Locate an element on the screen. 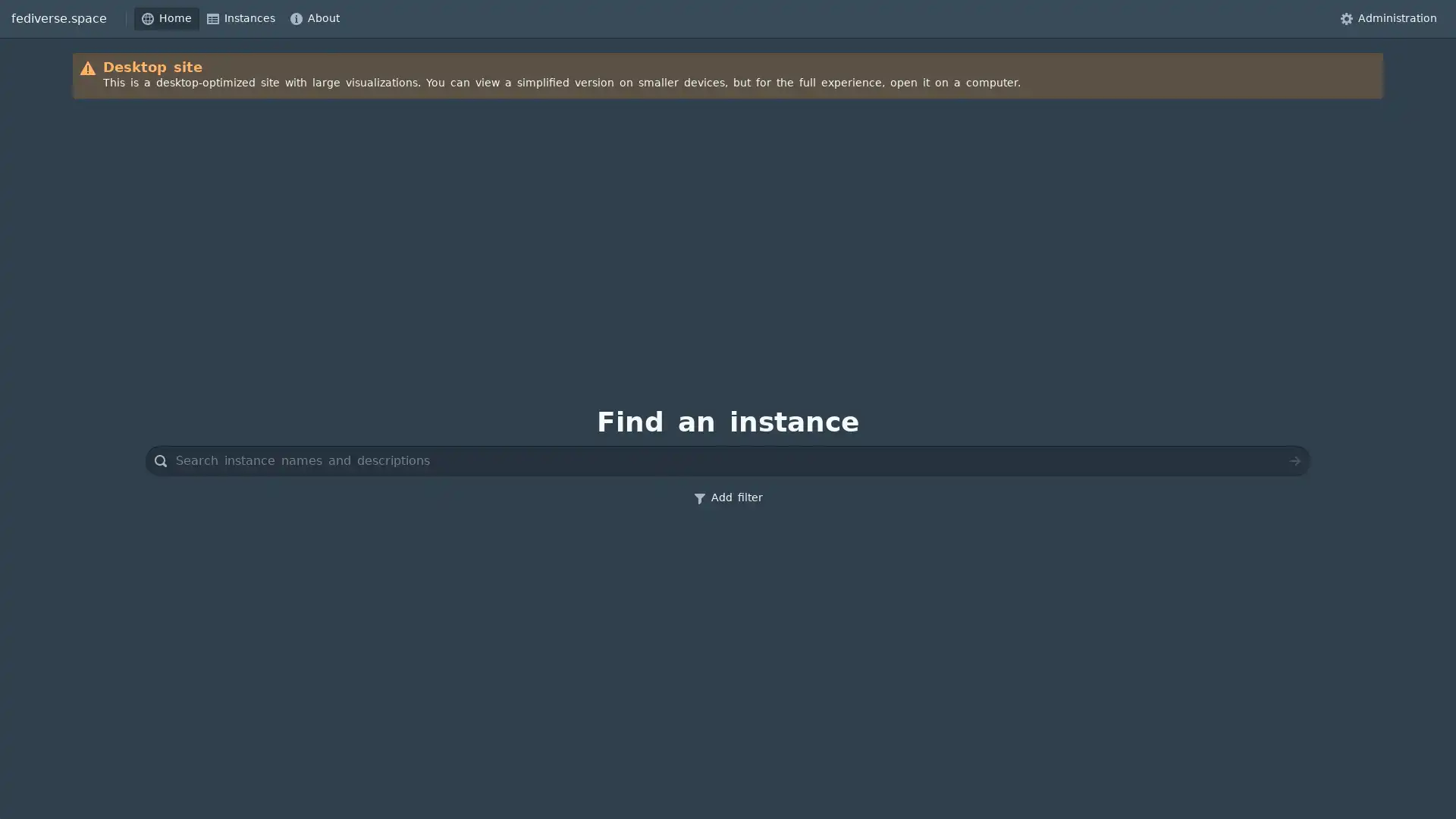 This screenshot has height=819, width=1456. Add filter is located at coordinates (726, 497).